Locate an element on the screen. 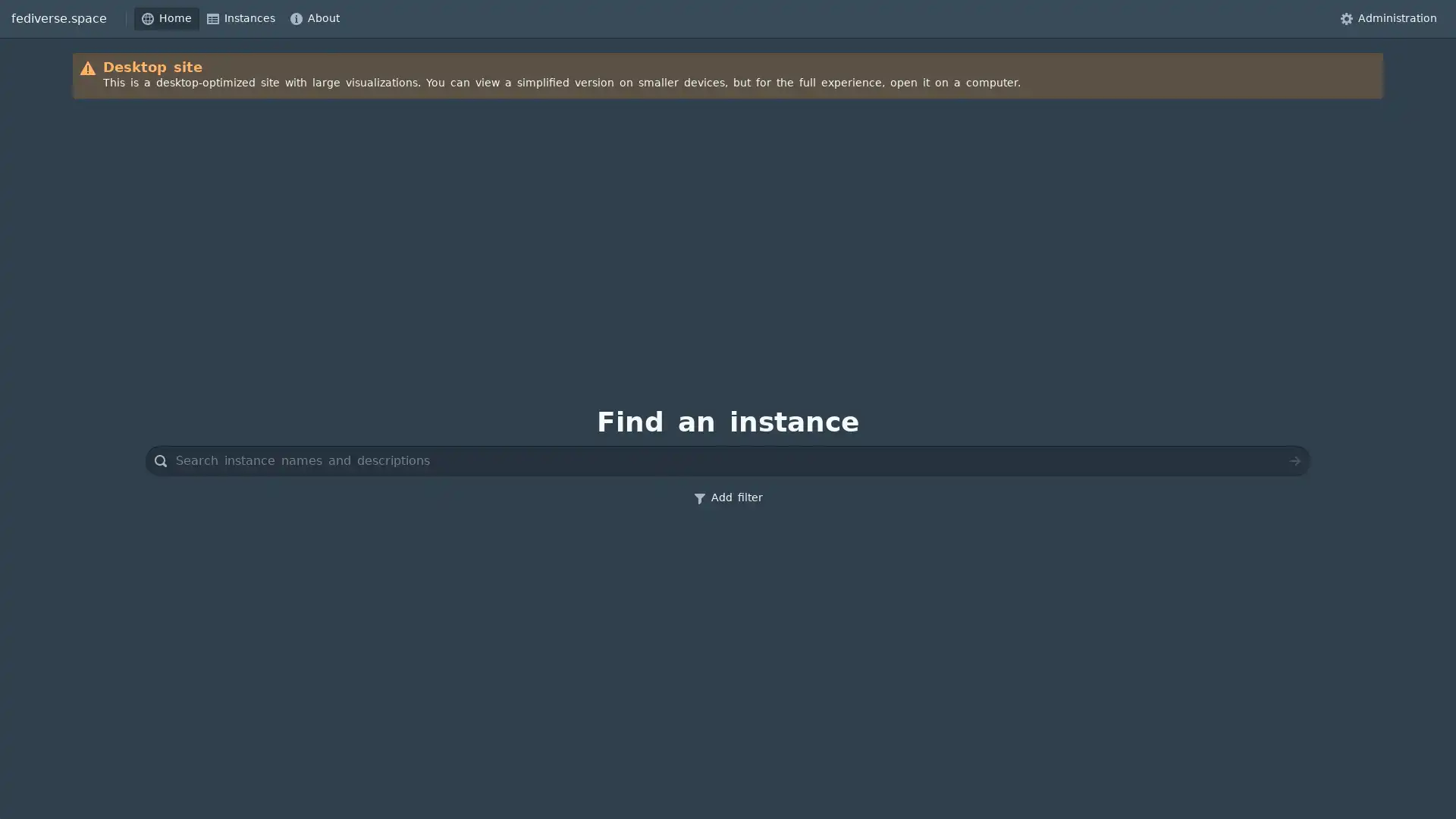 This screenshot has height=819, width=1456. Add filter is located at coordinates (726, 497).